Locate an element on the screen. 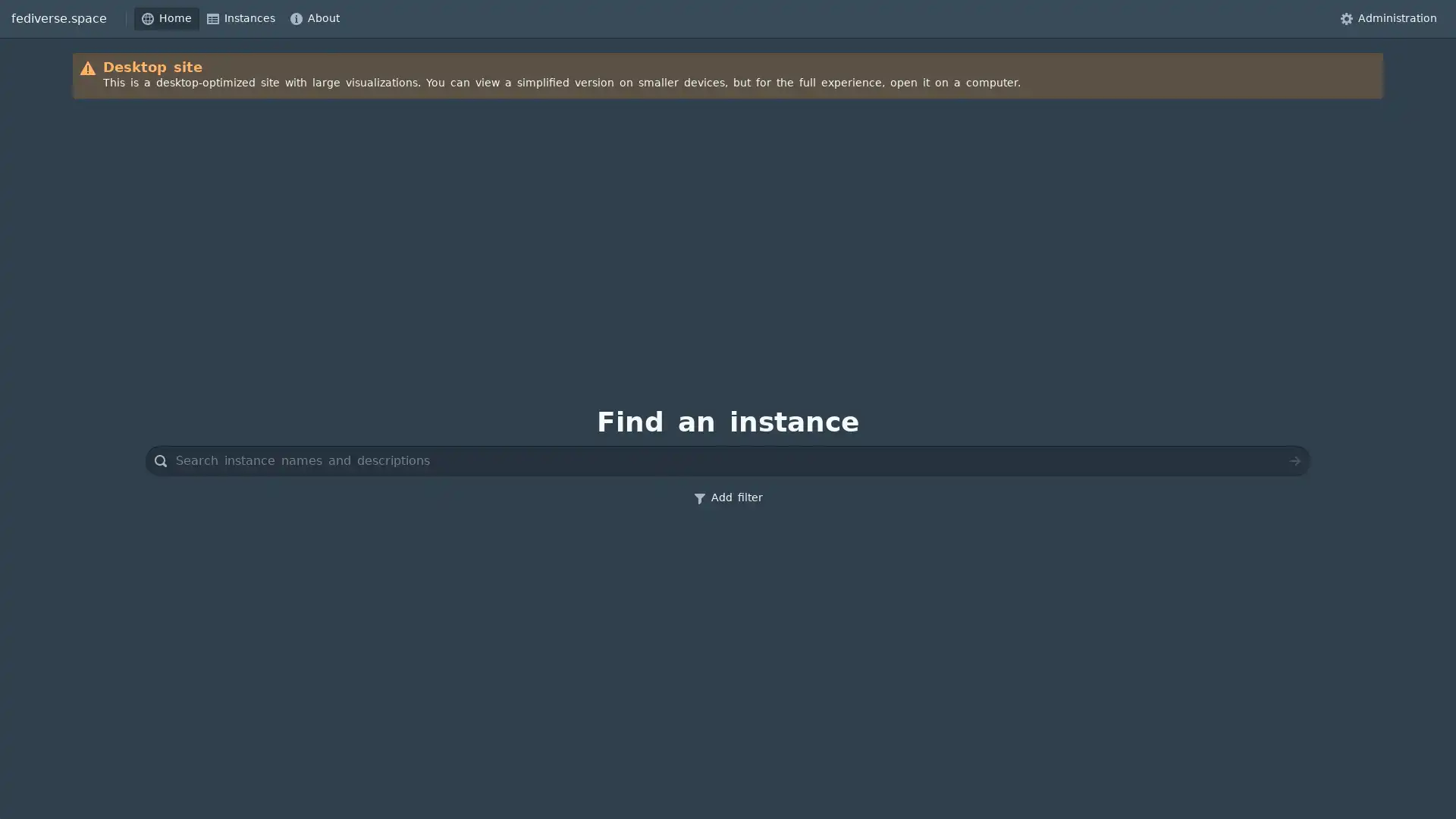 This screenshot has height=819, width=1456. Add filter is located at coordinates (726, 497).